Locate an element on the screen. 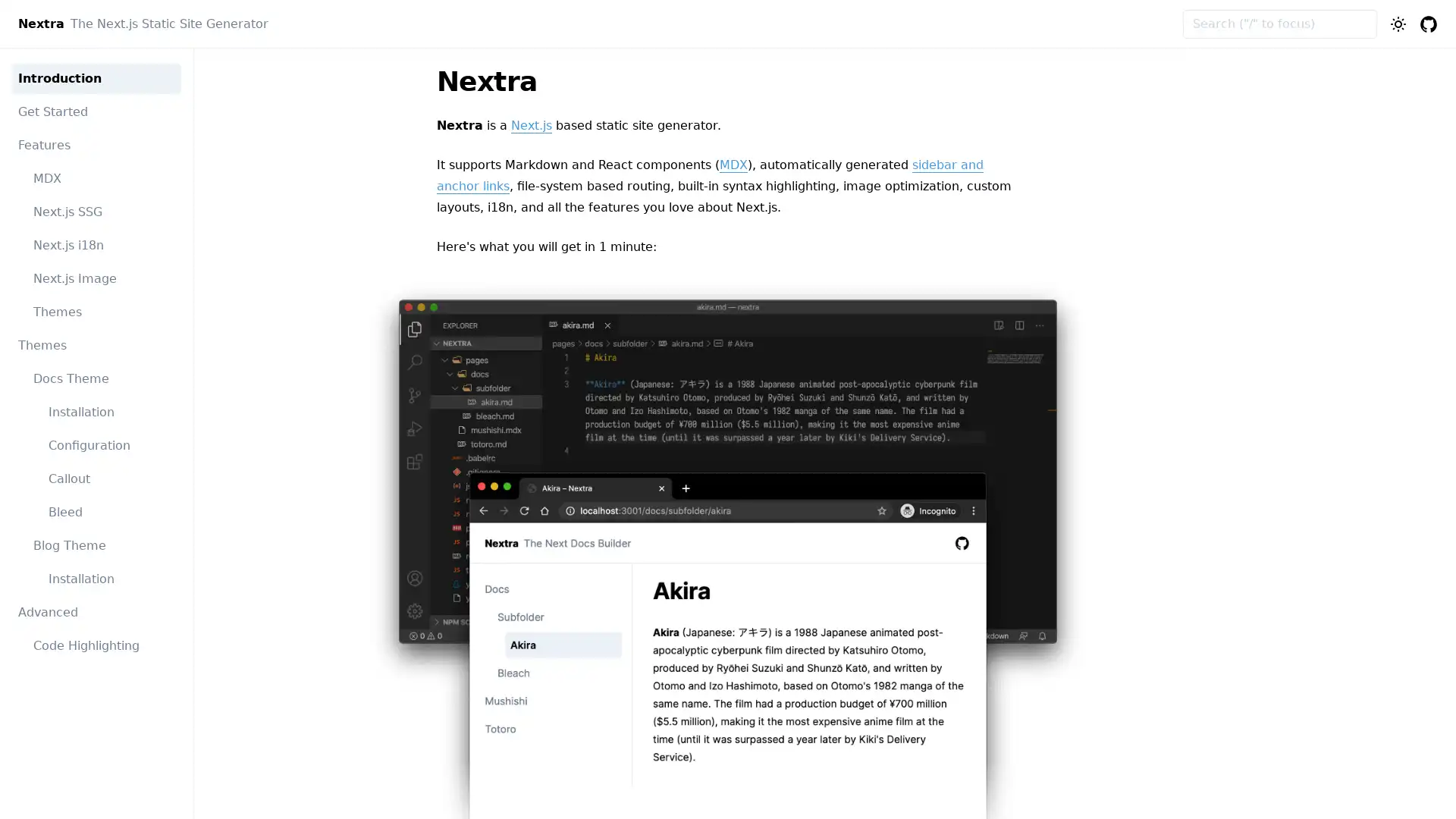 This screenshot has width=1456, height=819. Features is located at coordinates (96, 146).